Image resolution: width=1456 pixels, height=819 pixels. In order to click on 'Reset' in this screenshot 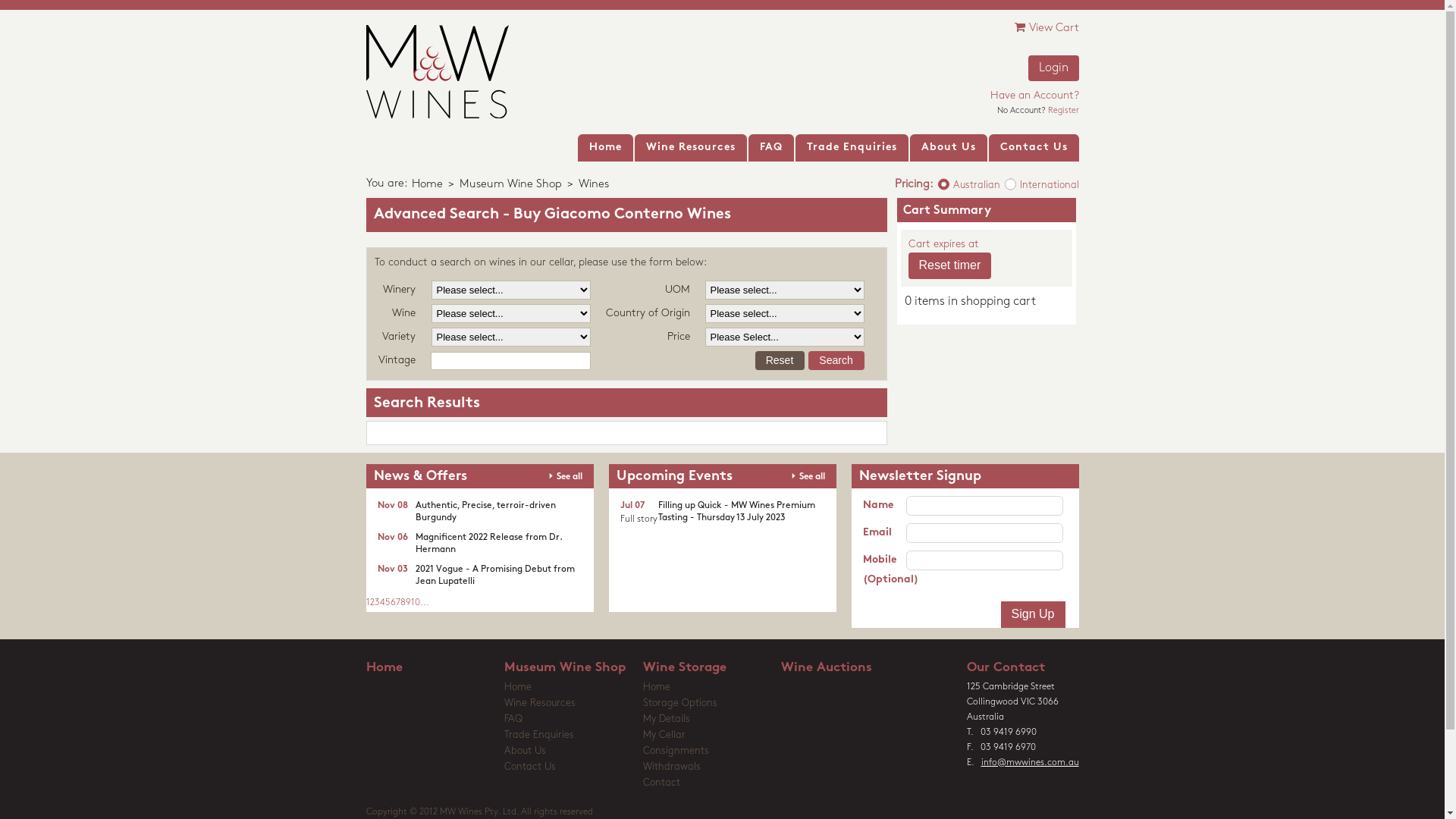, I will do `click(780, 360)`.